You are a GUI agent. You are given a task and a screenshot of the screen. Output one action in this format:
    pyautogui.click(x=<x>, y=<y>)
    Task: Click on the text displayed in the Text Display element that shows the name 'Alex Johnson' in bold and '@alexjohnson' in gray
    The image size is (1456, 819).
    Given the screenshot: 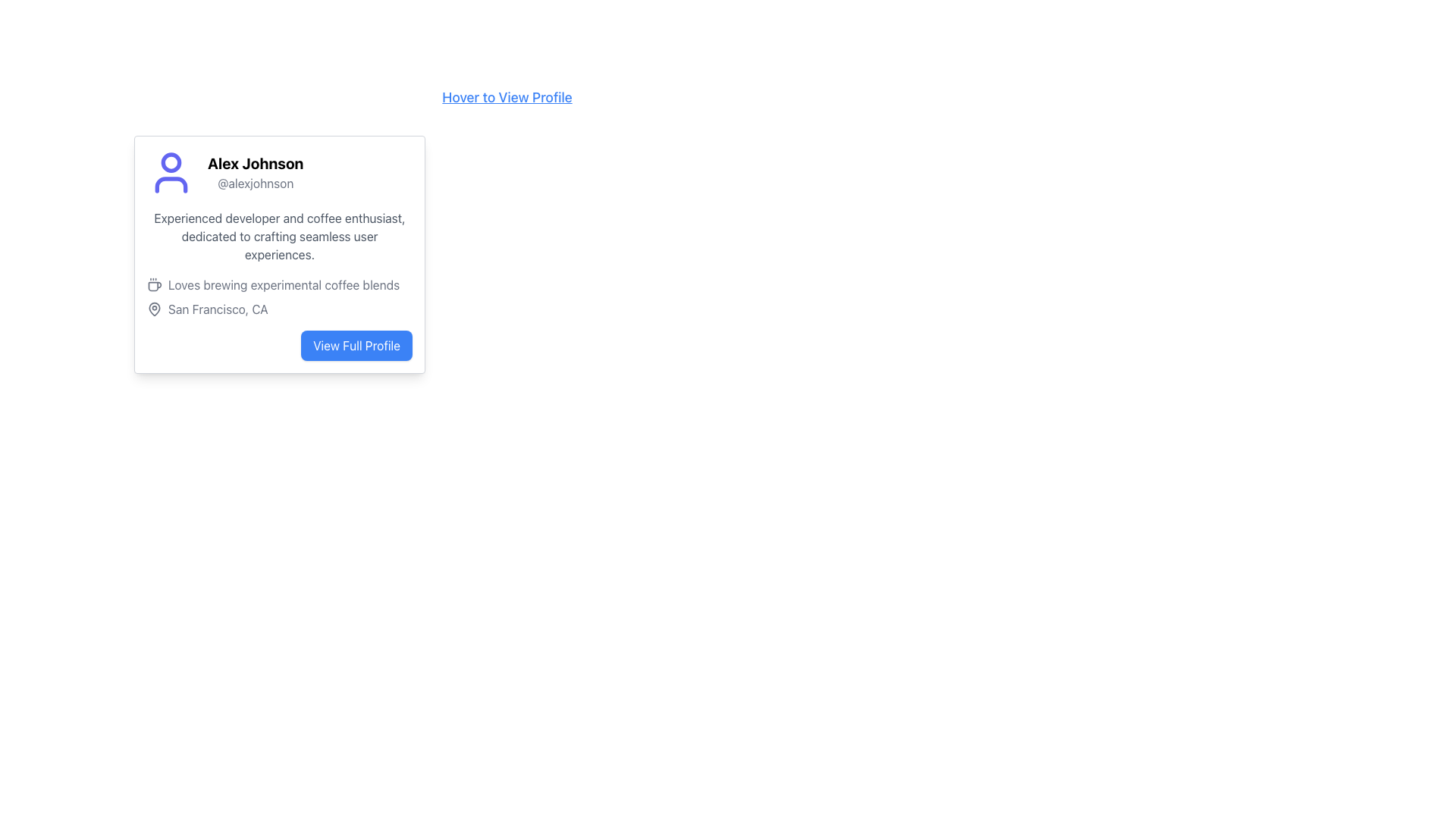 What is the action you would take?
    pyautogui.click(x=256, y=171)
    